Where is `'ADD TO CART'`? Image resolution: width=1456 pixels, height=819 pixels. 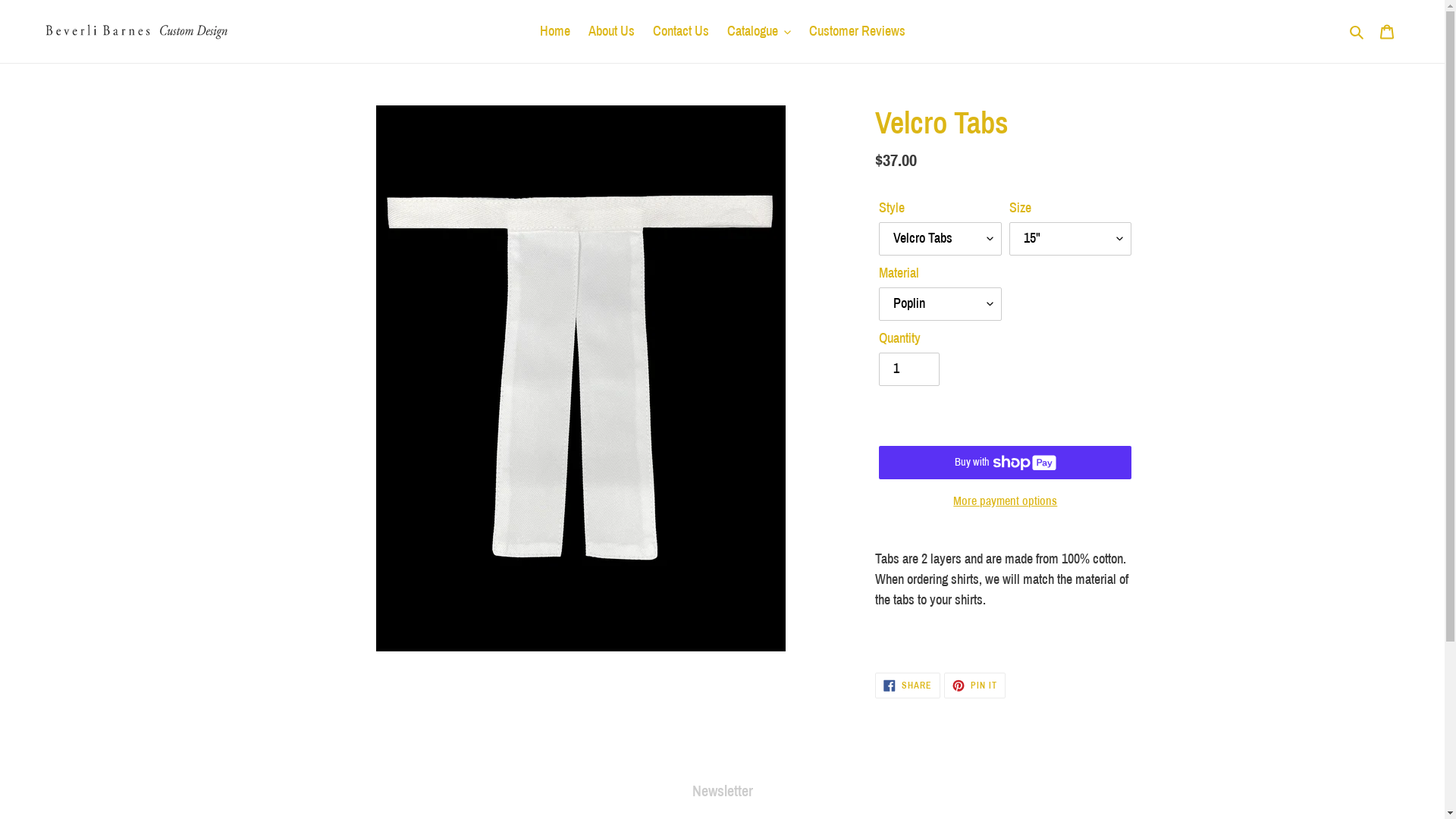 'ADD TO CART' is located at coordinates (1005, 421).